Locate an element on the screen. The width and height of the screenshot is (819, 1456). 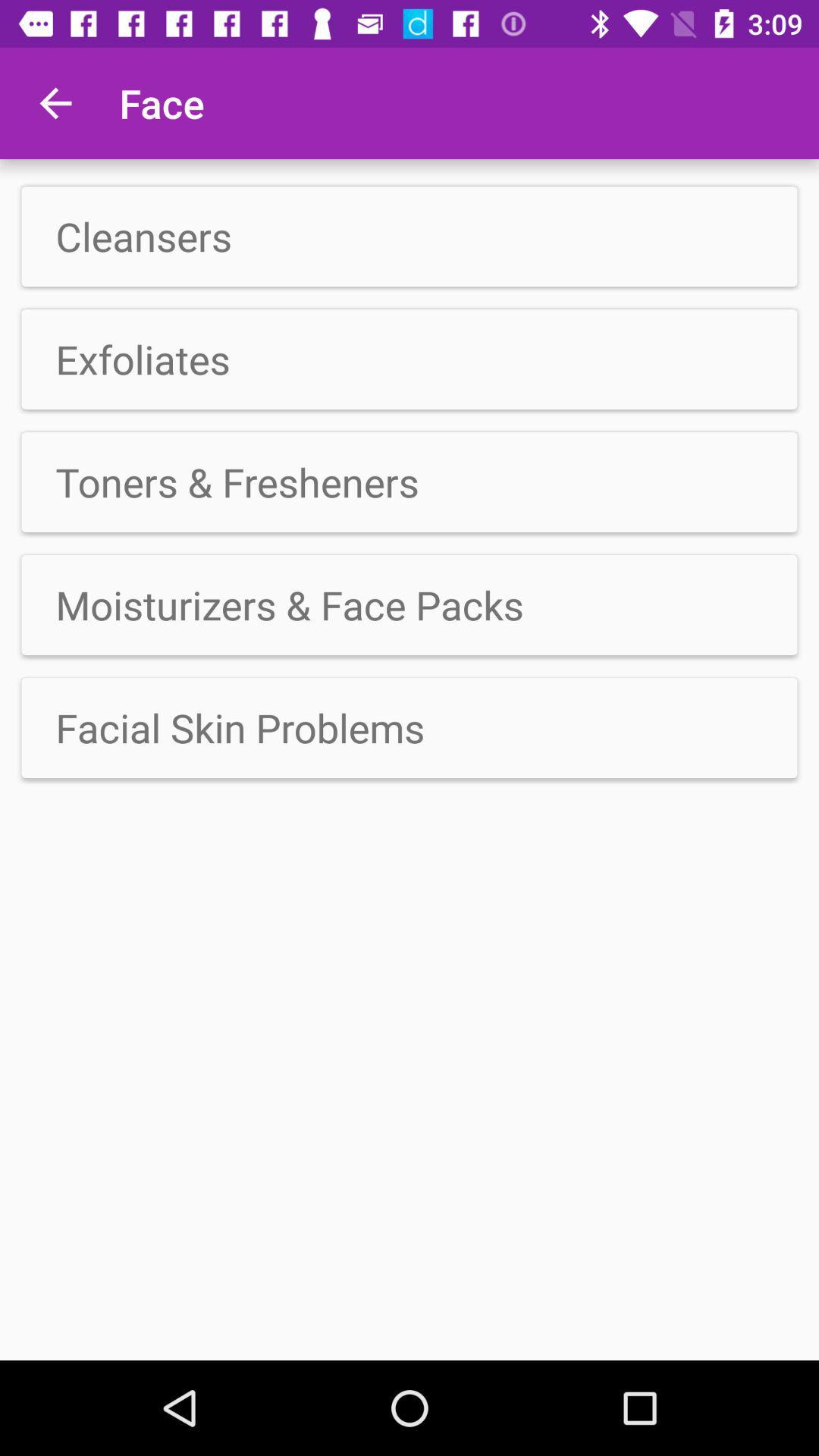
moisturizers & face packs item is located at coordinates (409, 604).